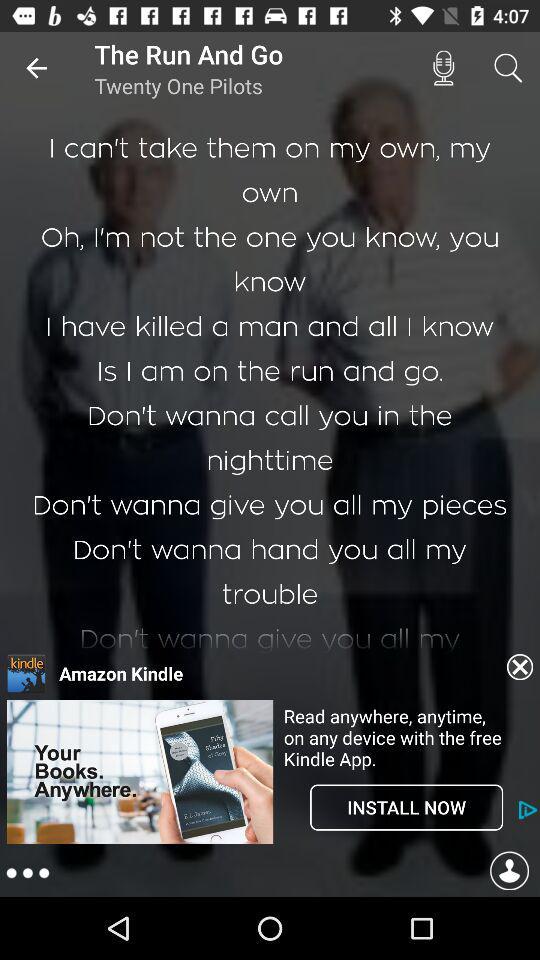 This screenshot has height=960, width=540. What do you see at coordinates (520, 667) in the screenshot?
I see `clear botton` at bounding box center [520, 667].